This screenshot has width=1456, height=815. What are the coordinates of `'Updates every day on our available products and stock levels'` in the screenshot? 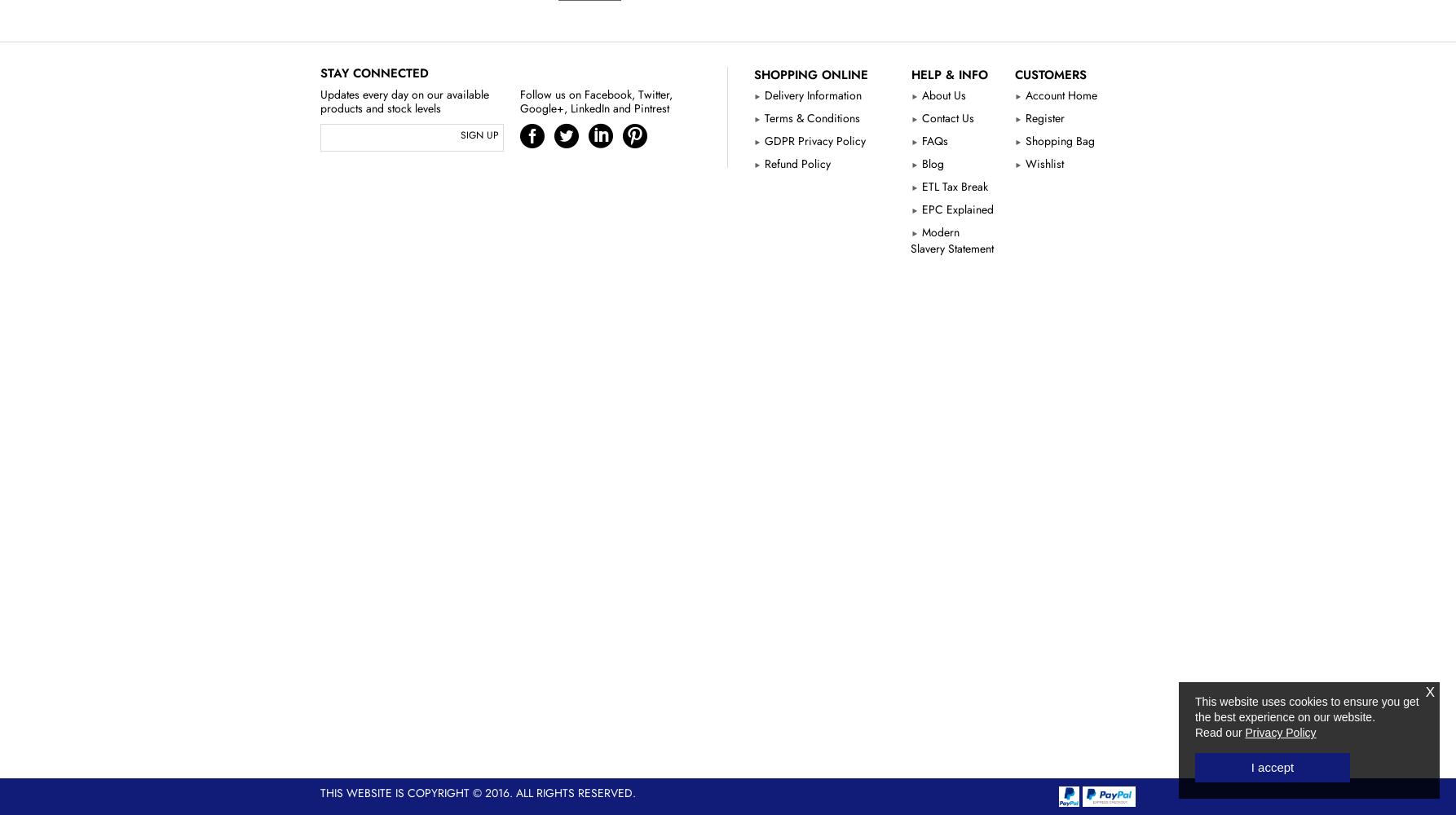 It's located at (404, 100).